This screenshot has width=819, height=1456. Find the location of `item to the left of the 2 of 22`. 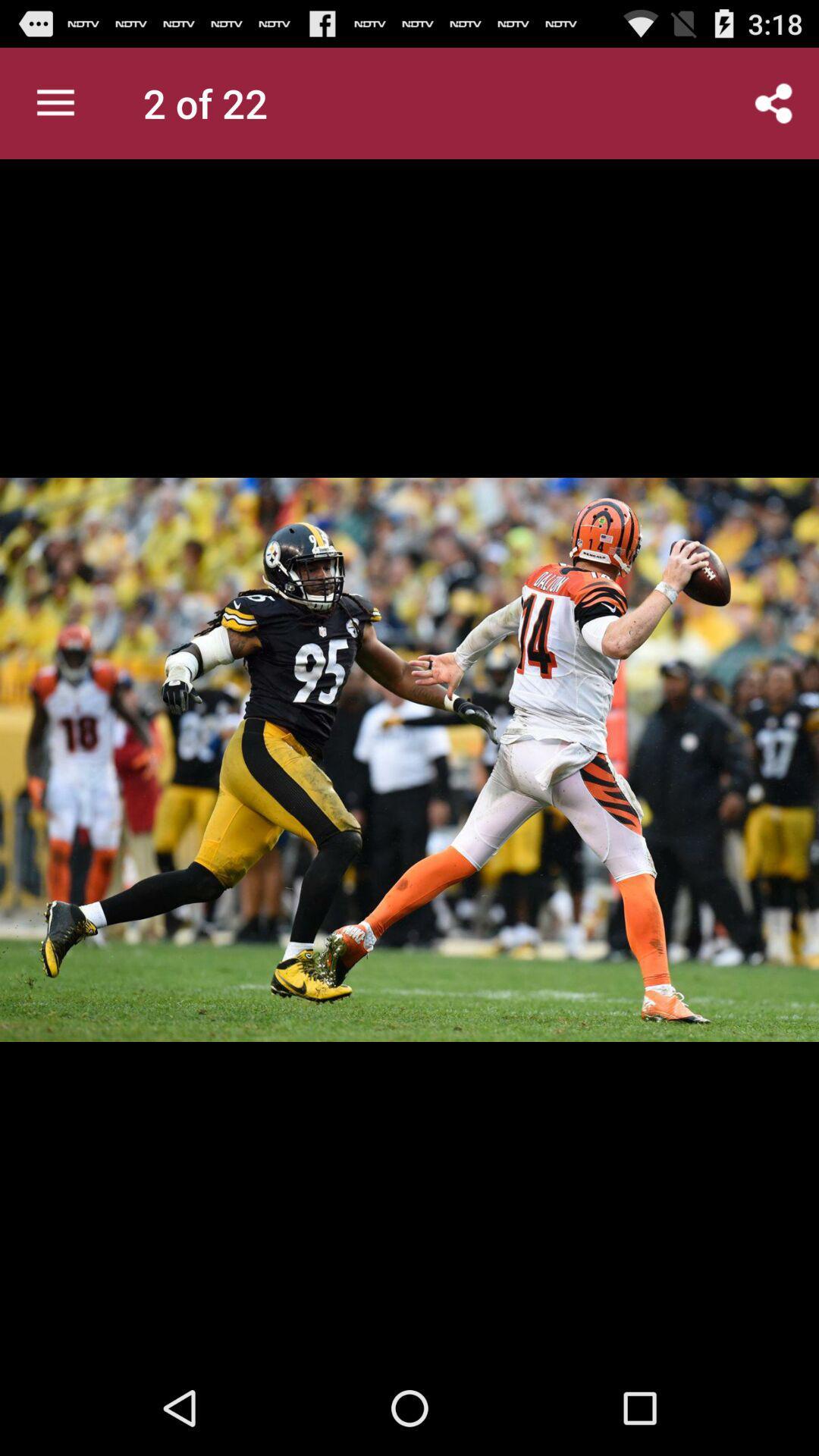

item to the left of the 2 of 22 is located at coordinates (55, 102).